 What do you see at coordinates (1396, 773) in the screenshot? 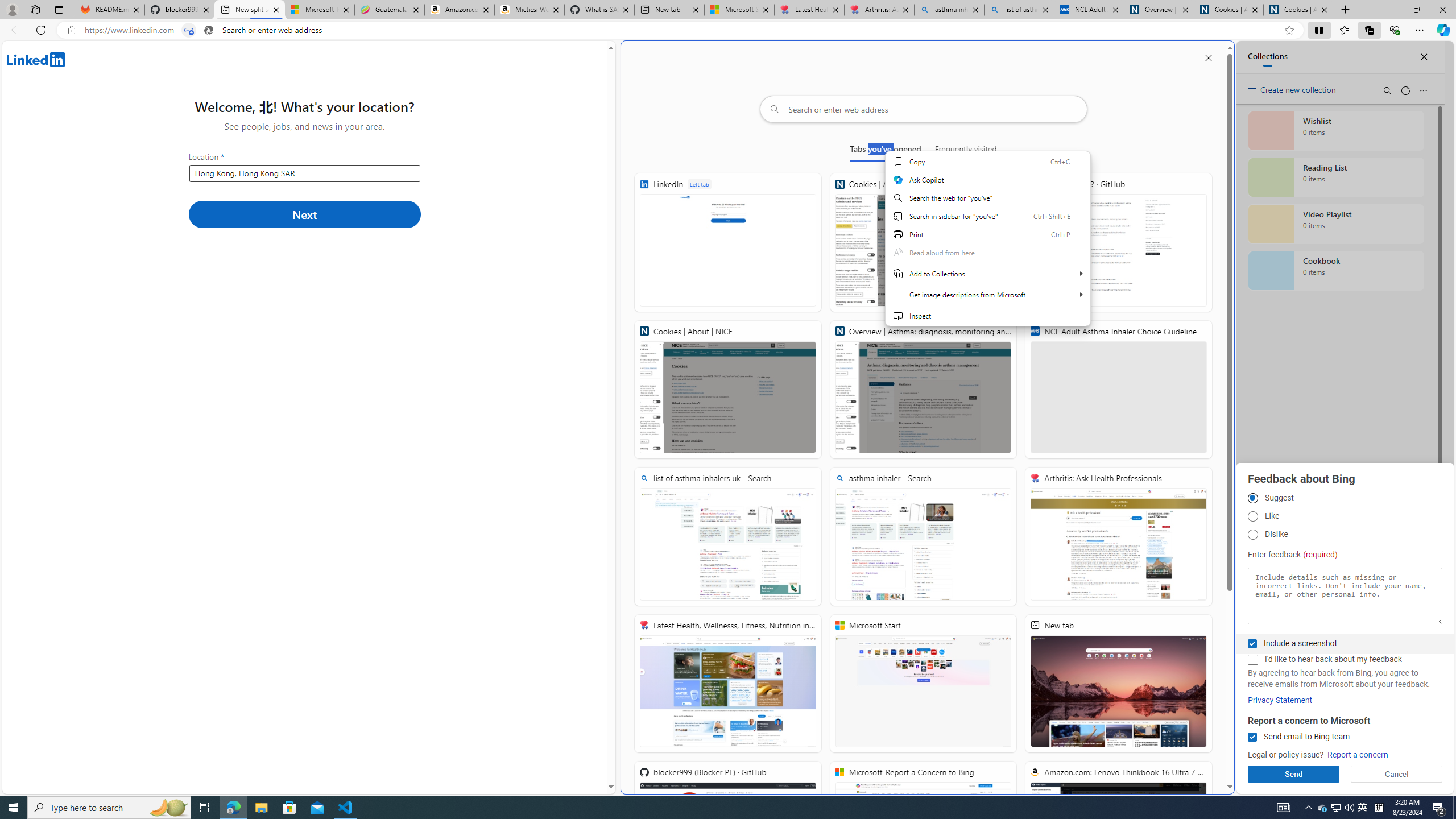
I see `'Cancel'` at bounding box center [1396, 773].